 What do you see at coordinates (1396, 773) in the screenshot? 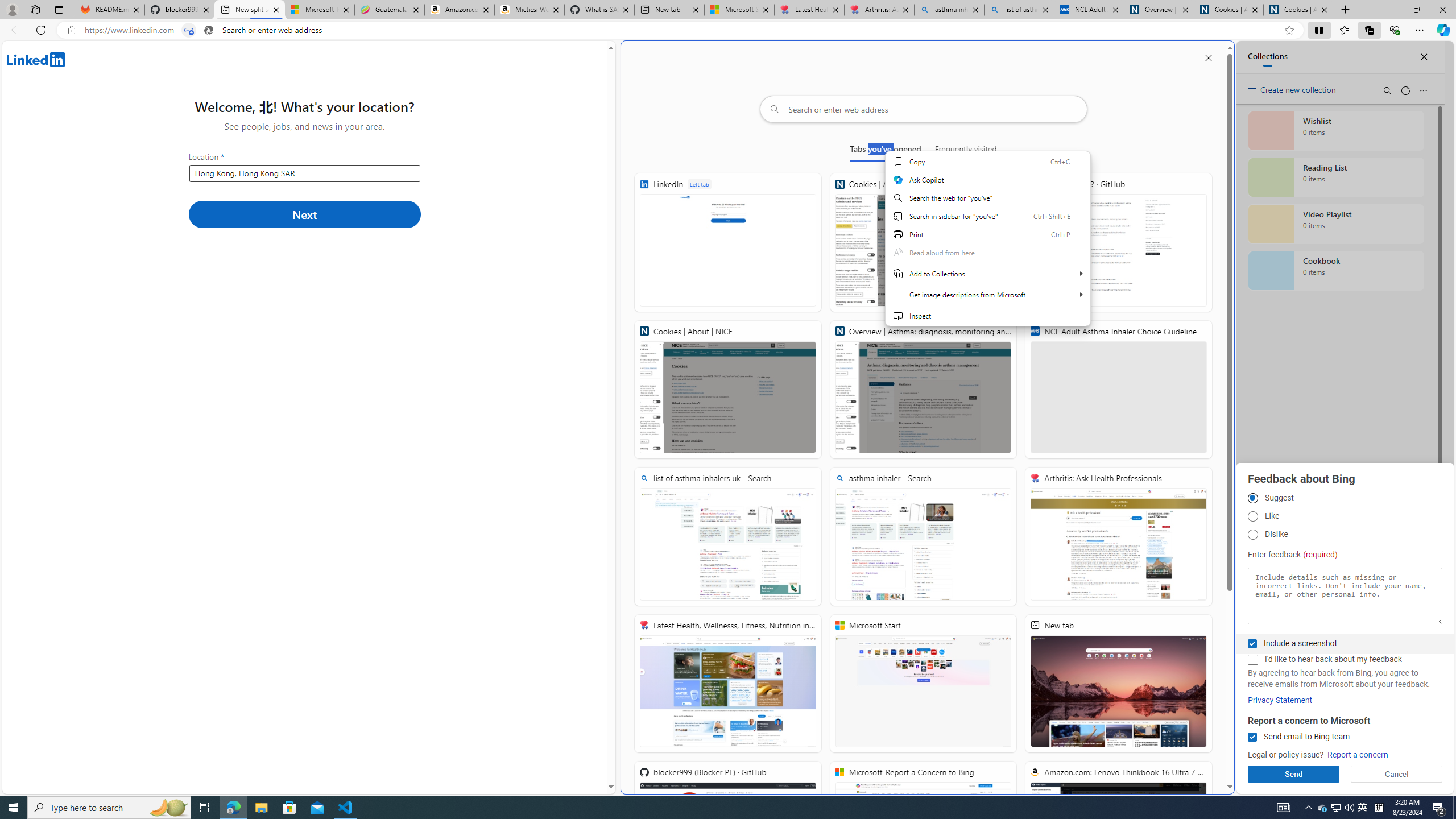
I see `'Cancel'` at bounding box center [1396, 773].